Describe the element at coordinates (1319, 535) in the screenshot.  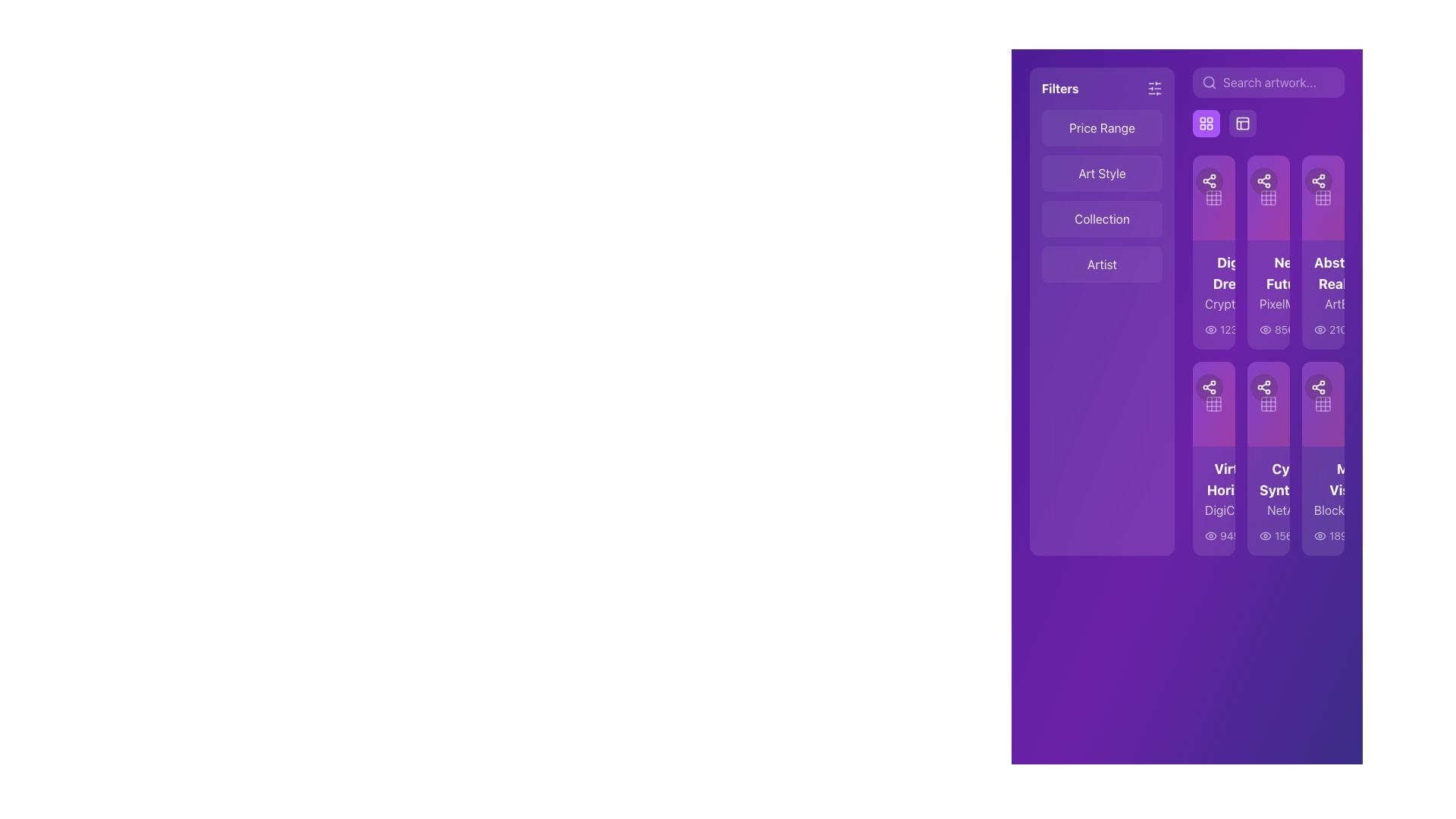
I see `the eye-shaped icon representing the outer structure of the eye, which is part of the 'Mysterious Vision, Blockchain Art' card located in the bottom-right of the grid layout` at that location.